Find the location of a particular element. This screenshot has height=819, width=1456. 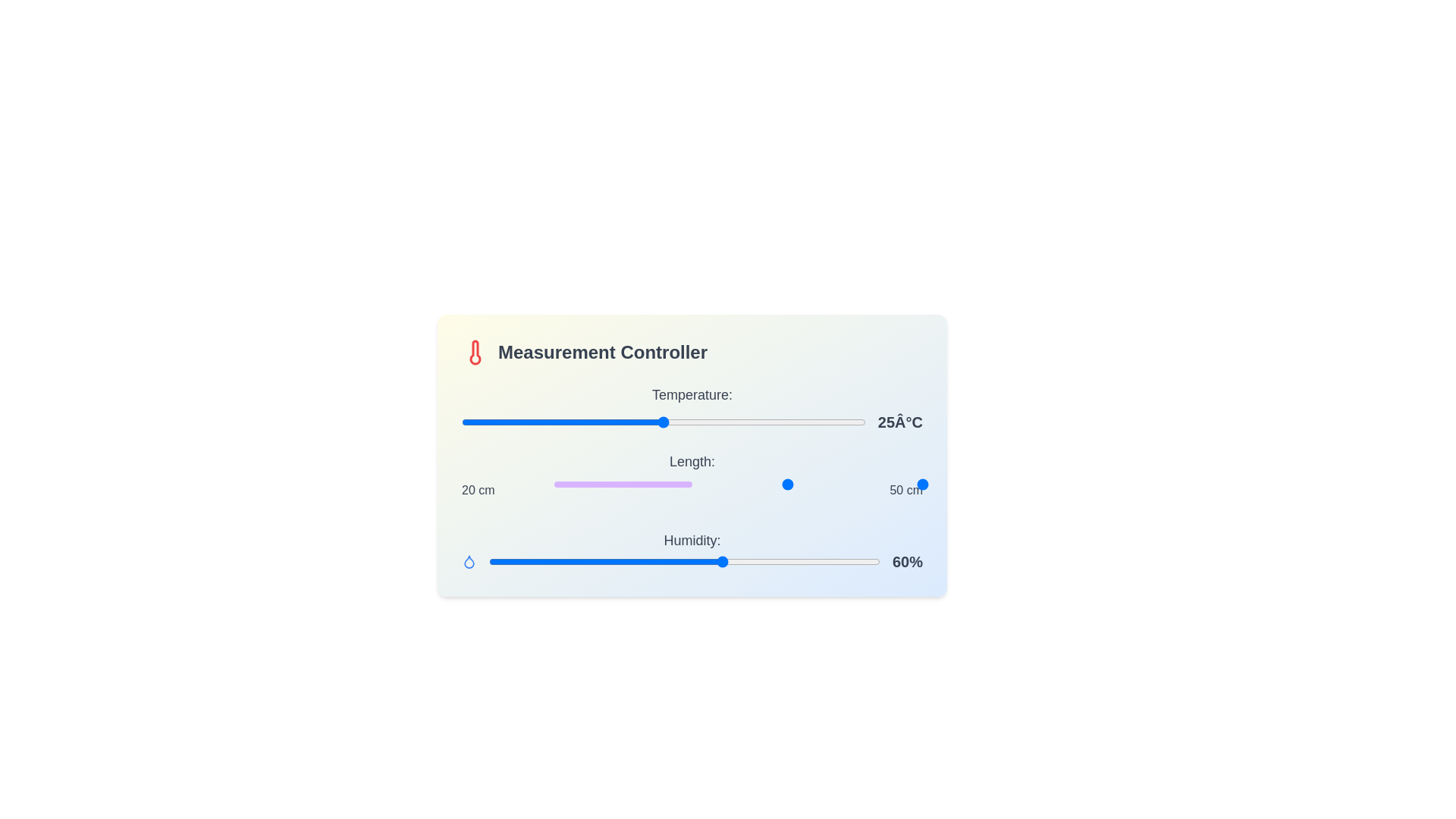

the slider is located at coordinates (566, 422).